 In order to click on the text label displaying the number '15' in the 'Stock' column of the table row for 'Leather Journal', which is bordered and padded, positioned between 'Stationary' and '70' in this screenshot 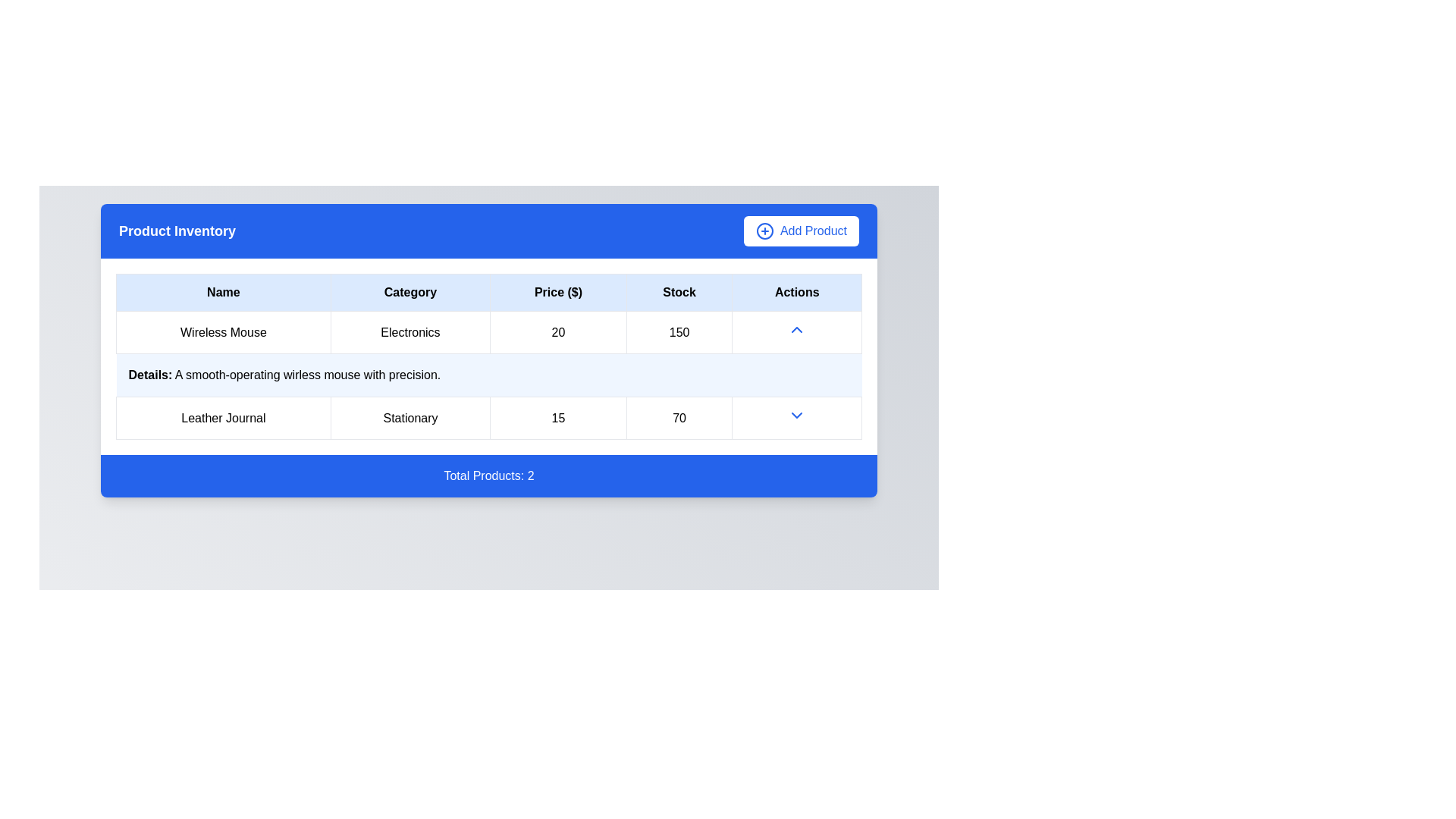, I will do `click(557, 418)`.